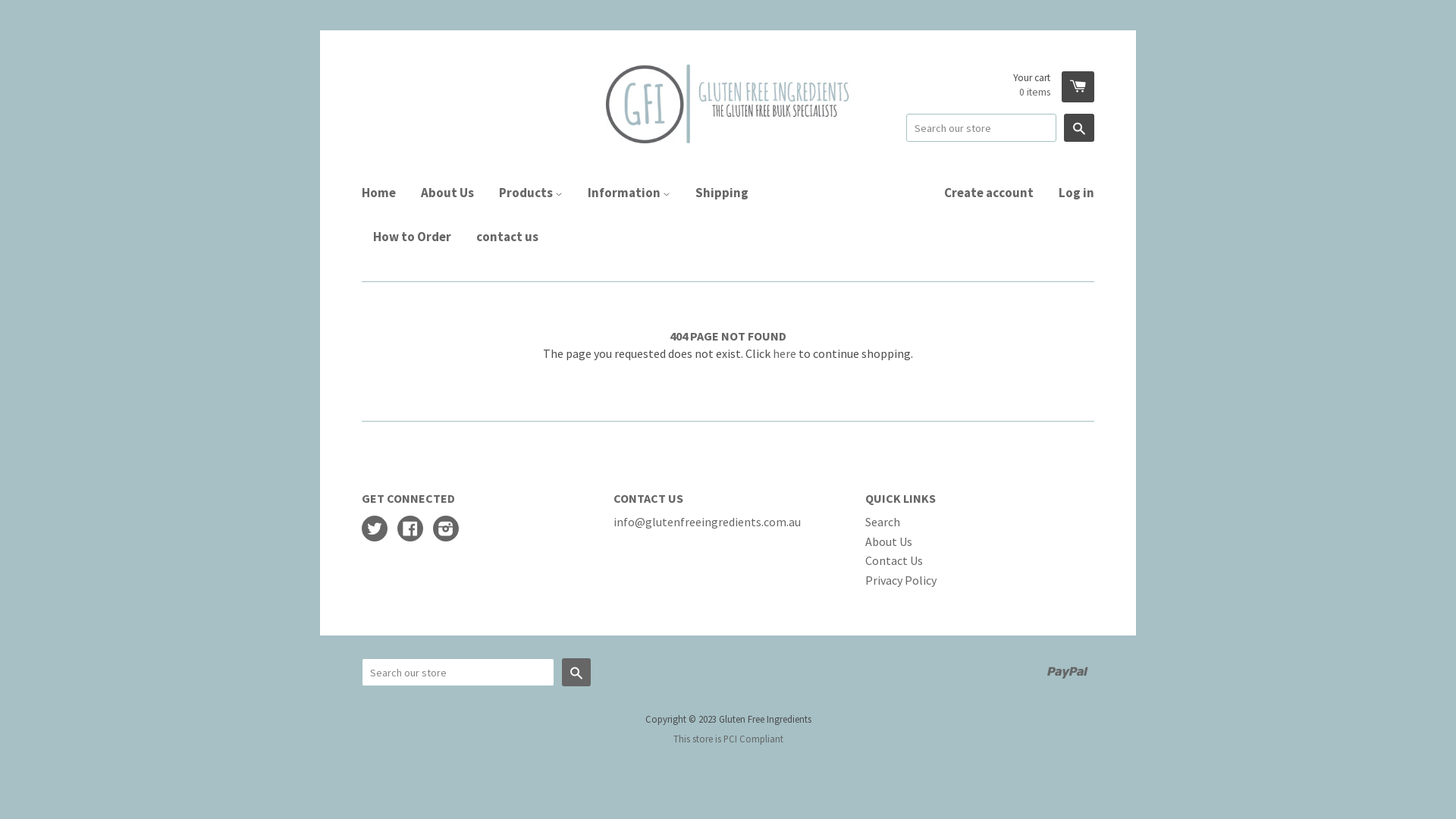 The height and width of the screenshot is (819, 1456). Describe the element at coordinates (531, 192) in the screenshot. I see `'Products'` at that location.